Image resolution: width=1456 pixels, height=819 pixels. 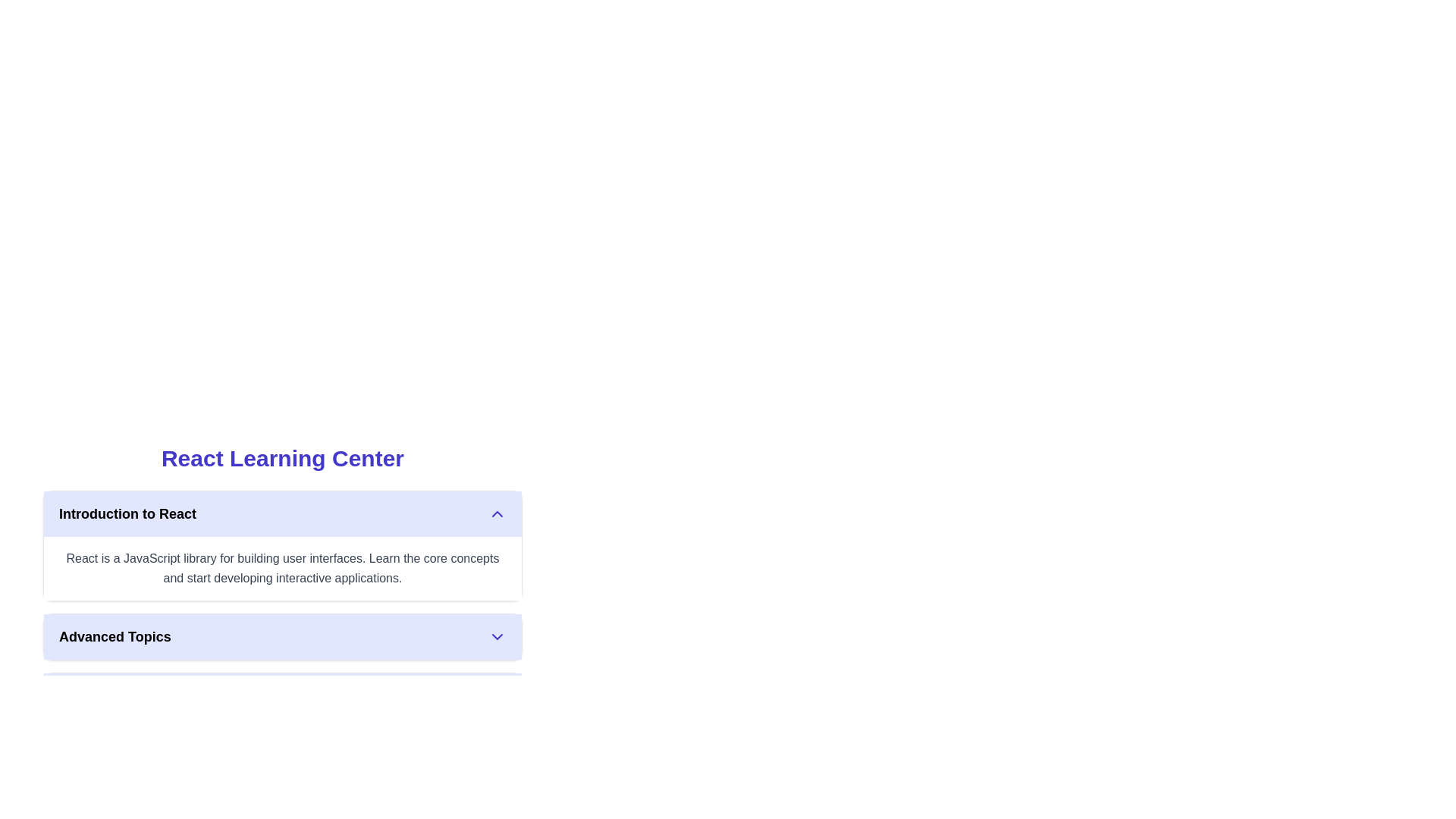 What do you see at coordinates (283, 637) in the screenshot?
I see `the button that expands or collapses the 'Advanced Topics' section in the 'React Learning Center' interface, located at the bottom of the 'React Learning Center' section` at bounding box center [283, 637].